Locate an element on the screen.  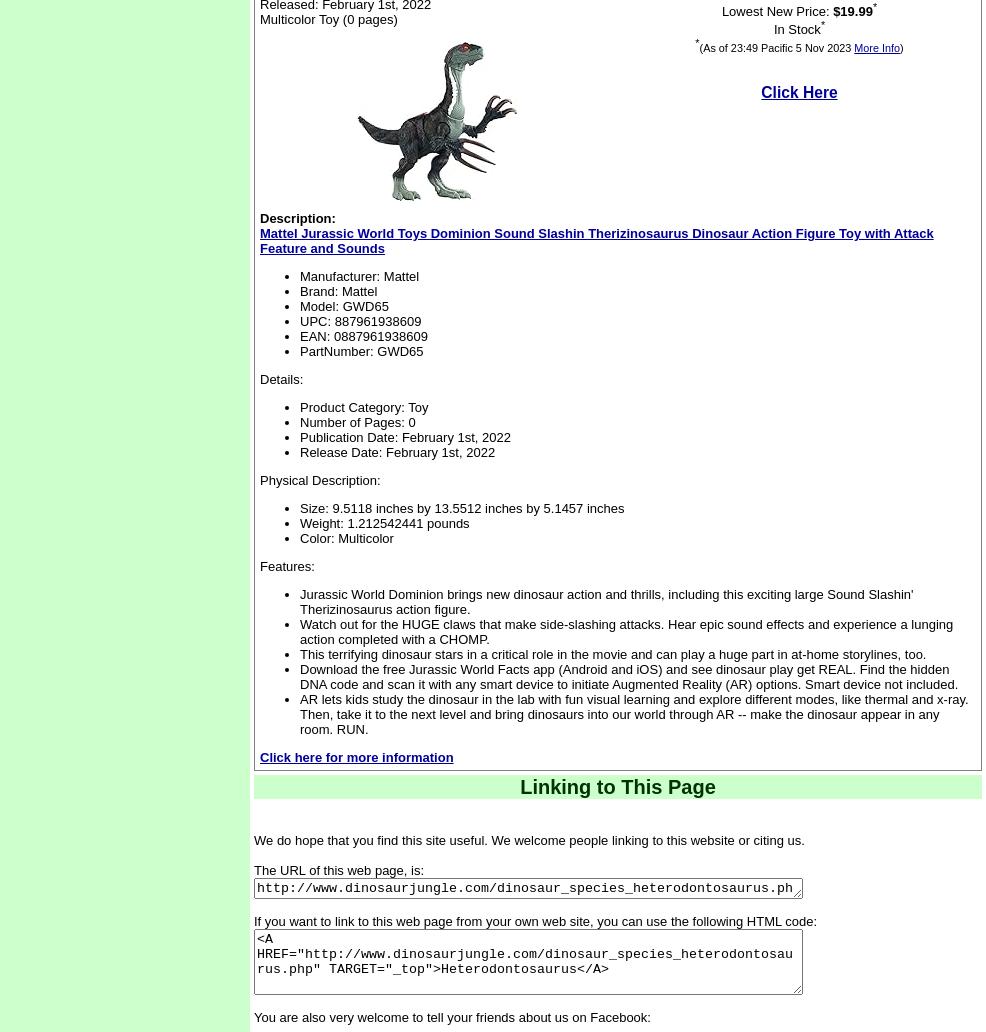
'Physical Description:' is located at coordinates (319, 479).